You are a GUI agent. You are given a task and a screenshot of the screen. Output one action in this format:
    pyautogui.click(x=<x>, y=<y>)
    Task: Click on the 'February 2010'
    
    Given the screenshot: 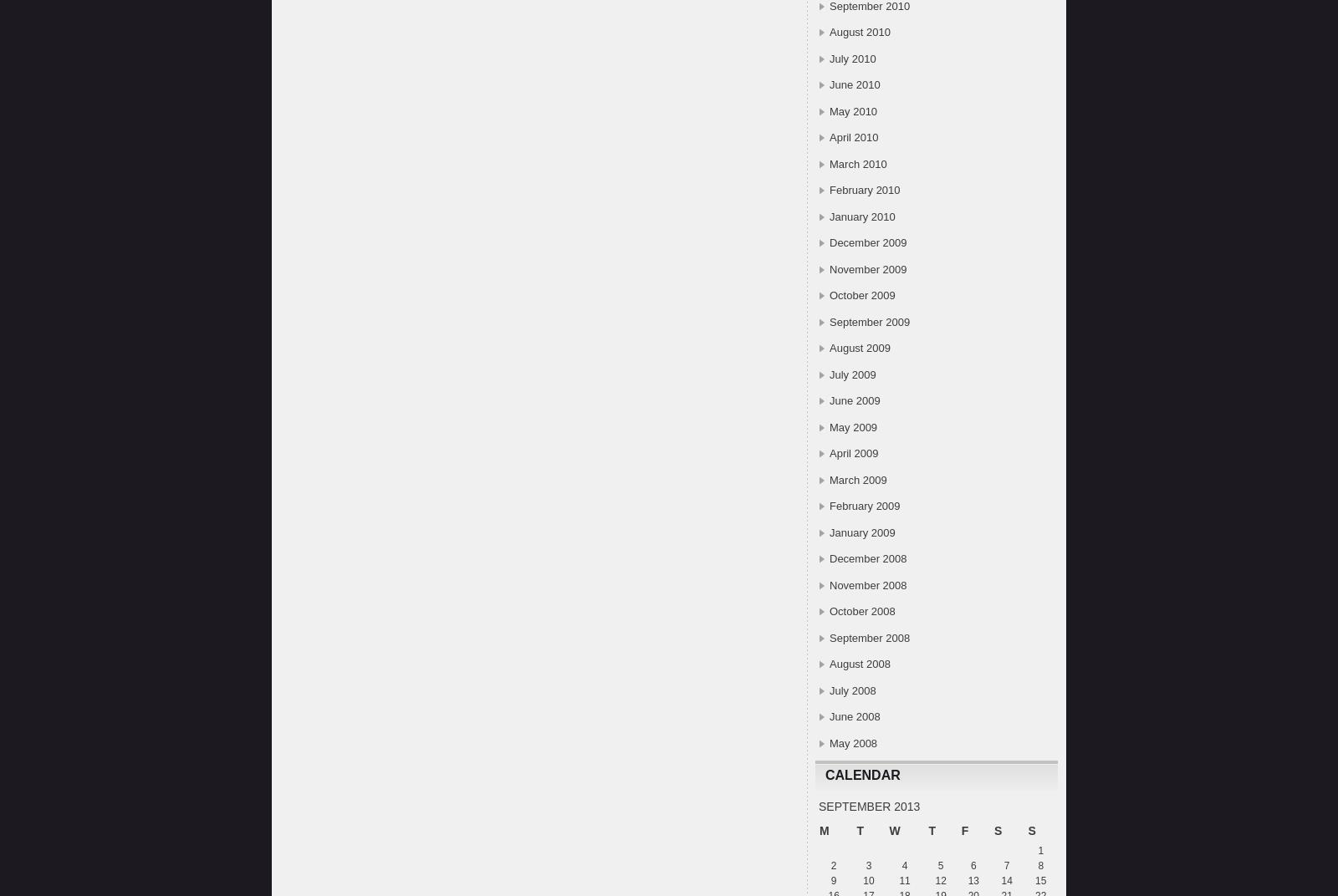 What is the action you would take?
    pyautogui.click(x=864, y=190)
    